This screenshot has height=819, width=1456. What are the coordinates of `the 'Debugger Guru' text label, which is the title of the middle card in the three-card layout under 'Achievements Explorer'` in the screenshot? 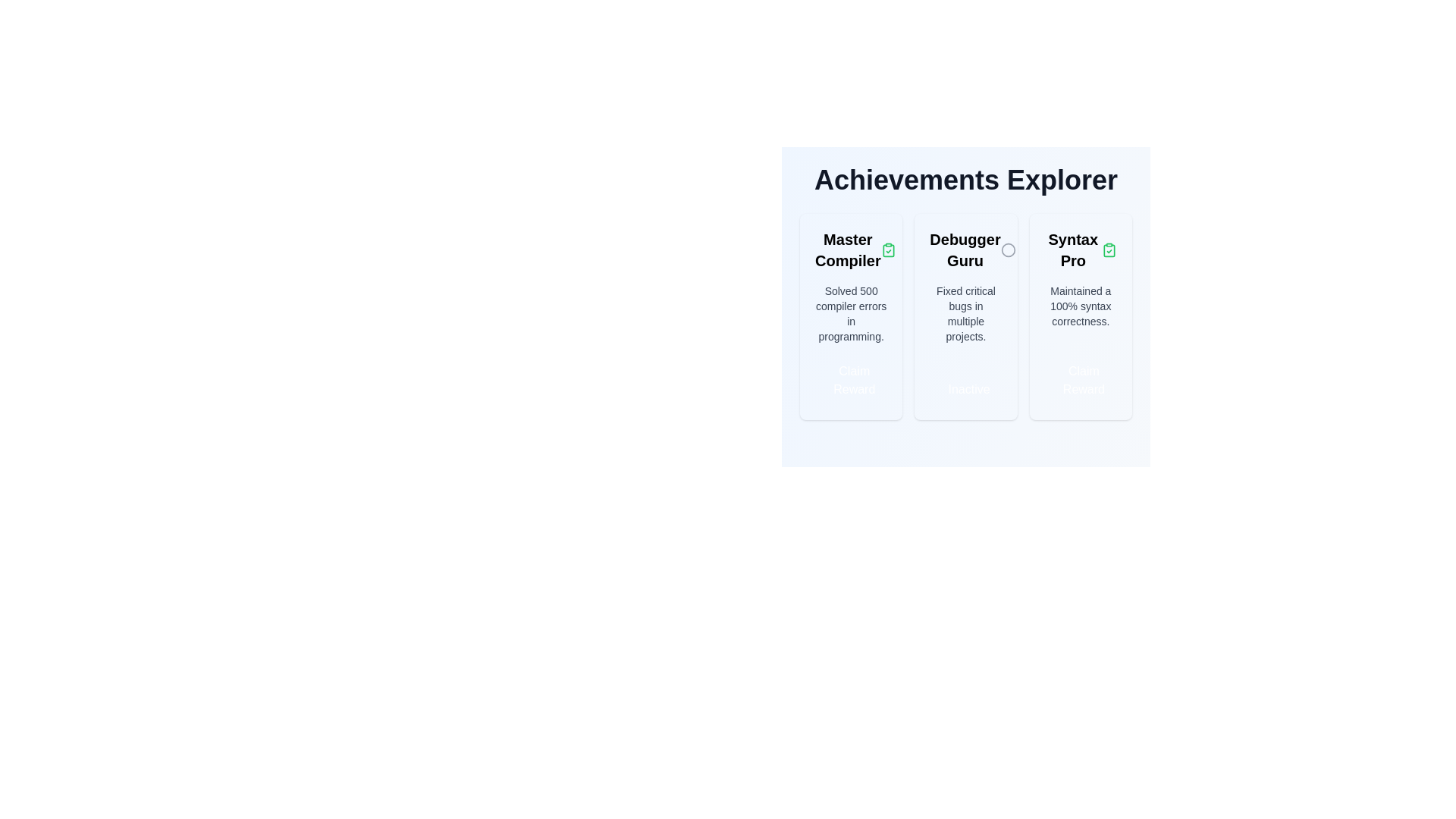 It's located at (965, 249).